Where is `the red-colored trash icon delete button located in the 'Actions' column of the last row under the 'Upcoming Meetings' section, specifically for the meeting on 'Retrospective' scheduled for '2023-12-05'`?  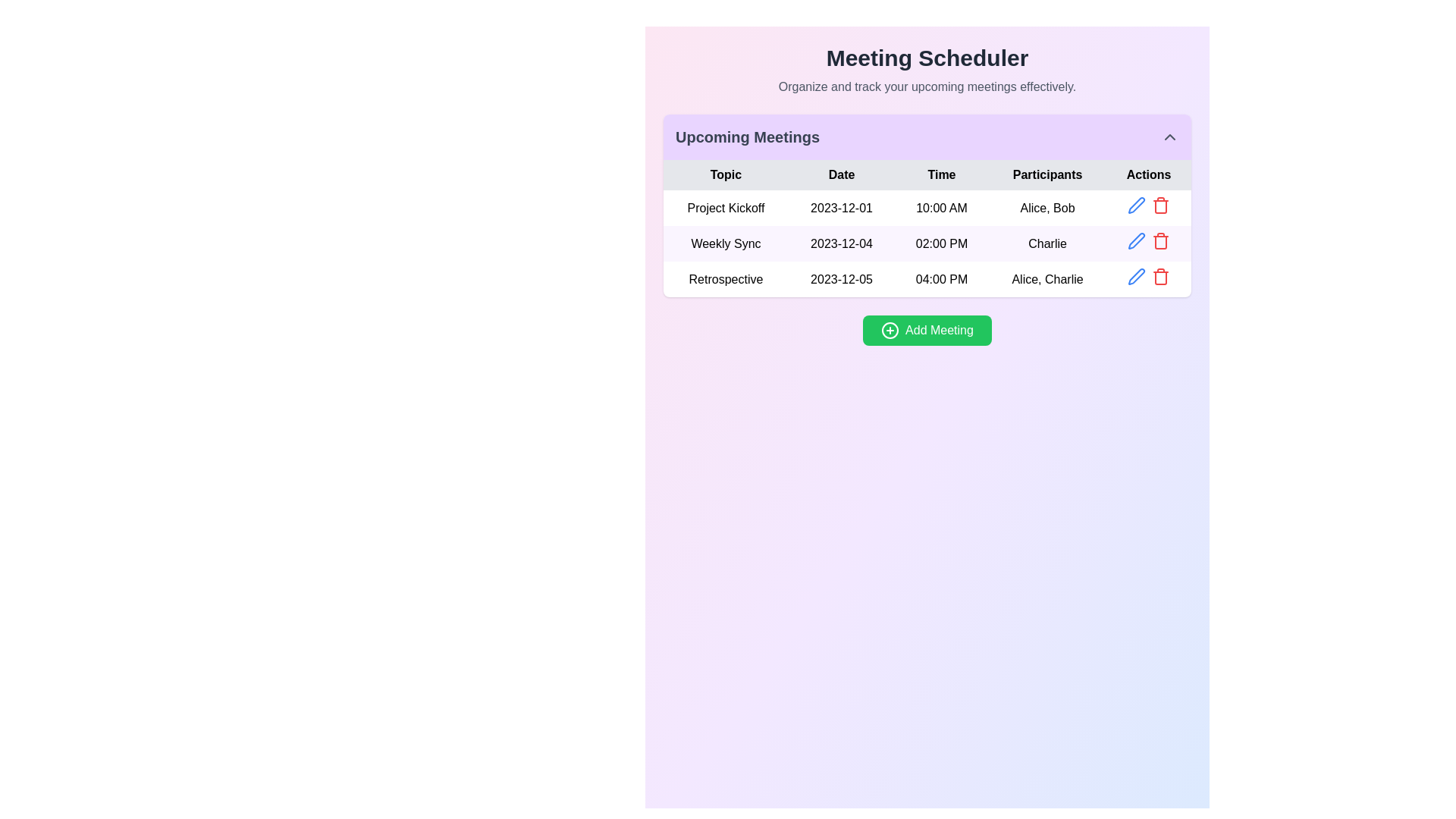
the red-colored trash icon delete button located in the 'Actions' column of the last row under the 'Upcoming Meetings' section, specifically for the meeting on 'Retrospective' scheduled for '2023-12-05' is located at coordinates (1160, 205).